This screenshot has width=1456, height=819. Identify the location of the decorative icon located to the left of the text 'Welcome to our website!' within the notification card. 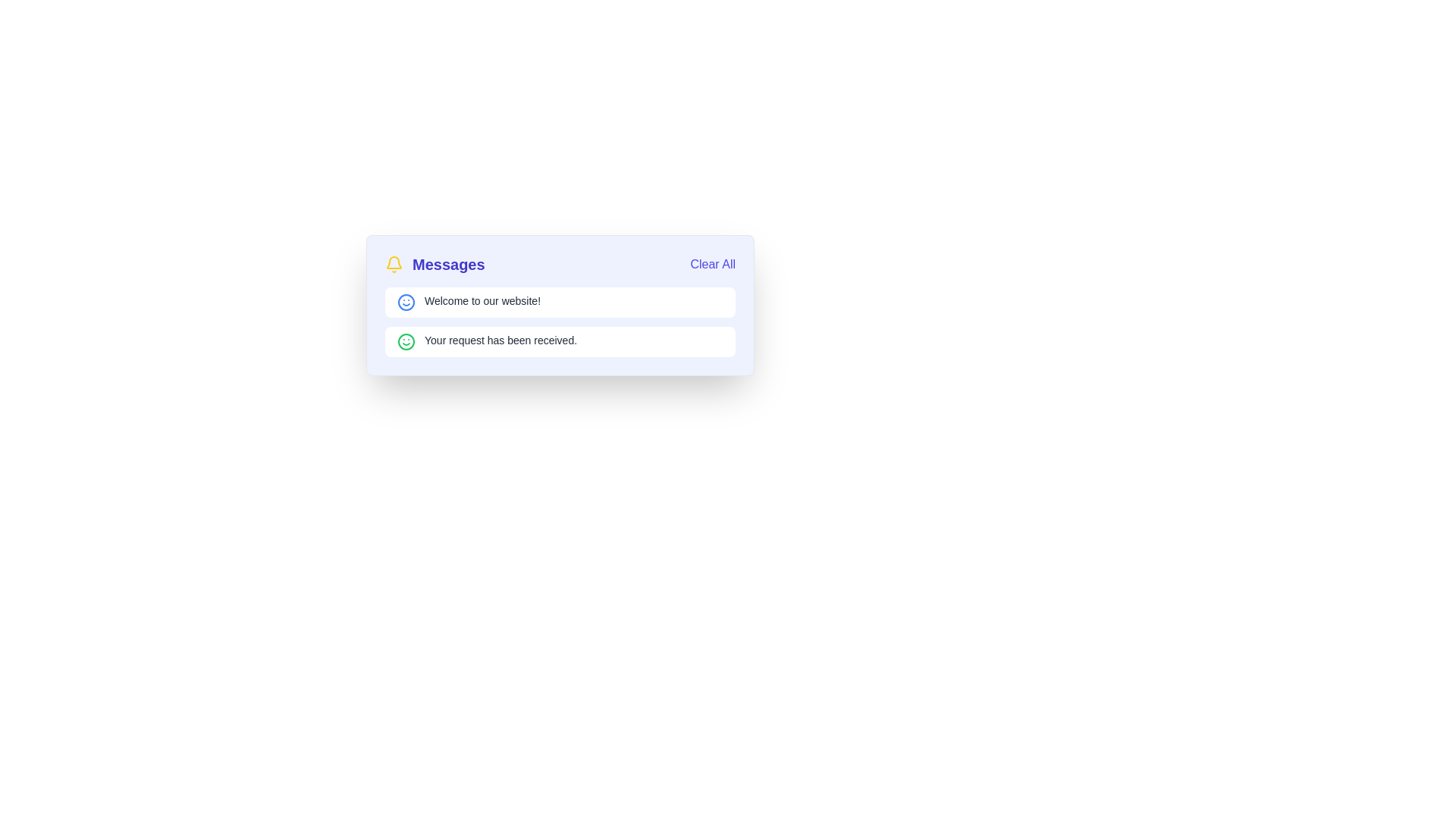
(406, 302).